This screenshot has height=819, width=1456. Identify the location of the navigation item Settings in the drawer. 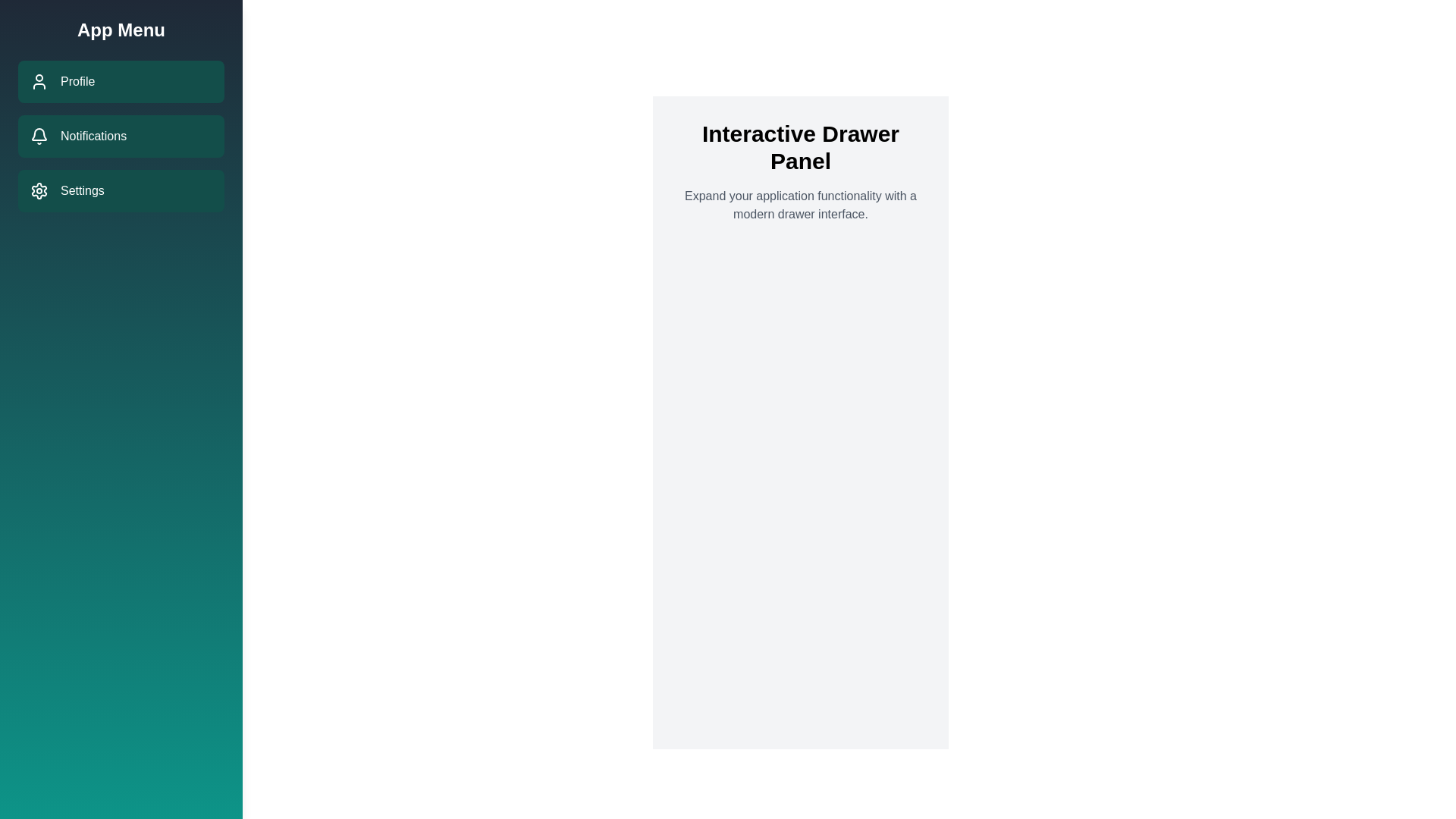
(120, 190).